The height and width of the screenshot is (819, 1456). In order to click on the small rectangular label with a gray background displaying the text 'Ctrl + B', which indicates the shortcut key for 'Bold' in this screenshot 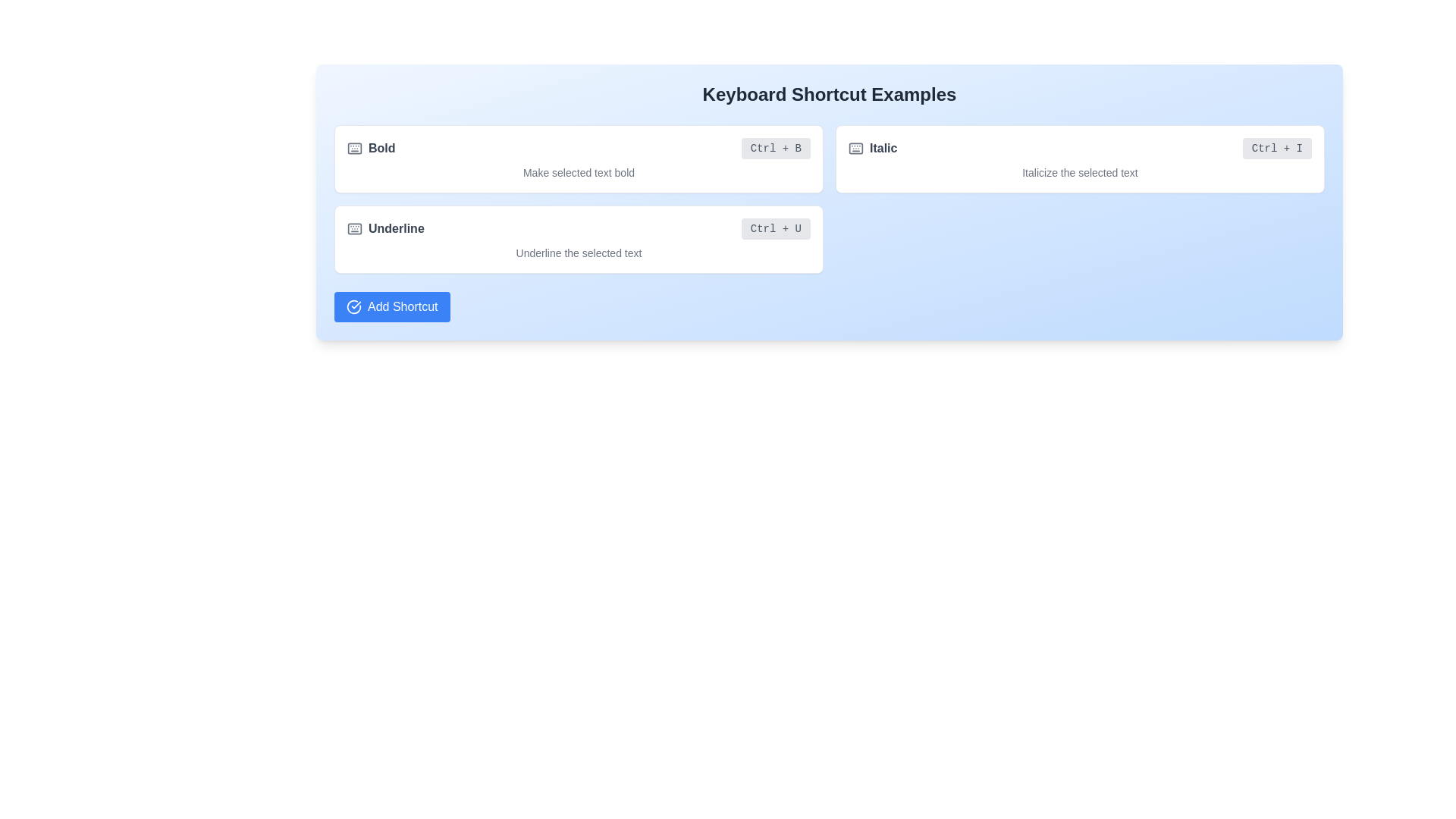, I will do `click(776, 149)`.